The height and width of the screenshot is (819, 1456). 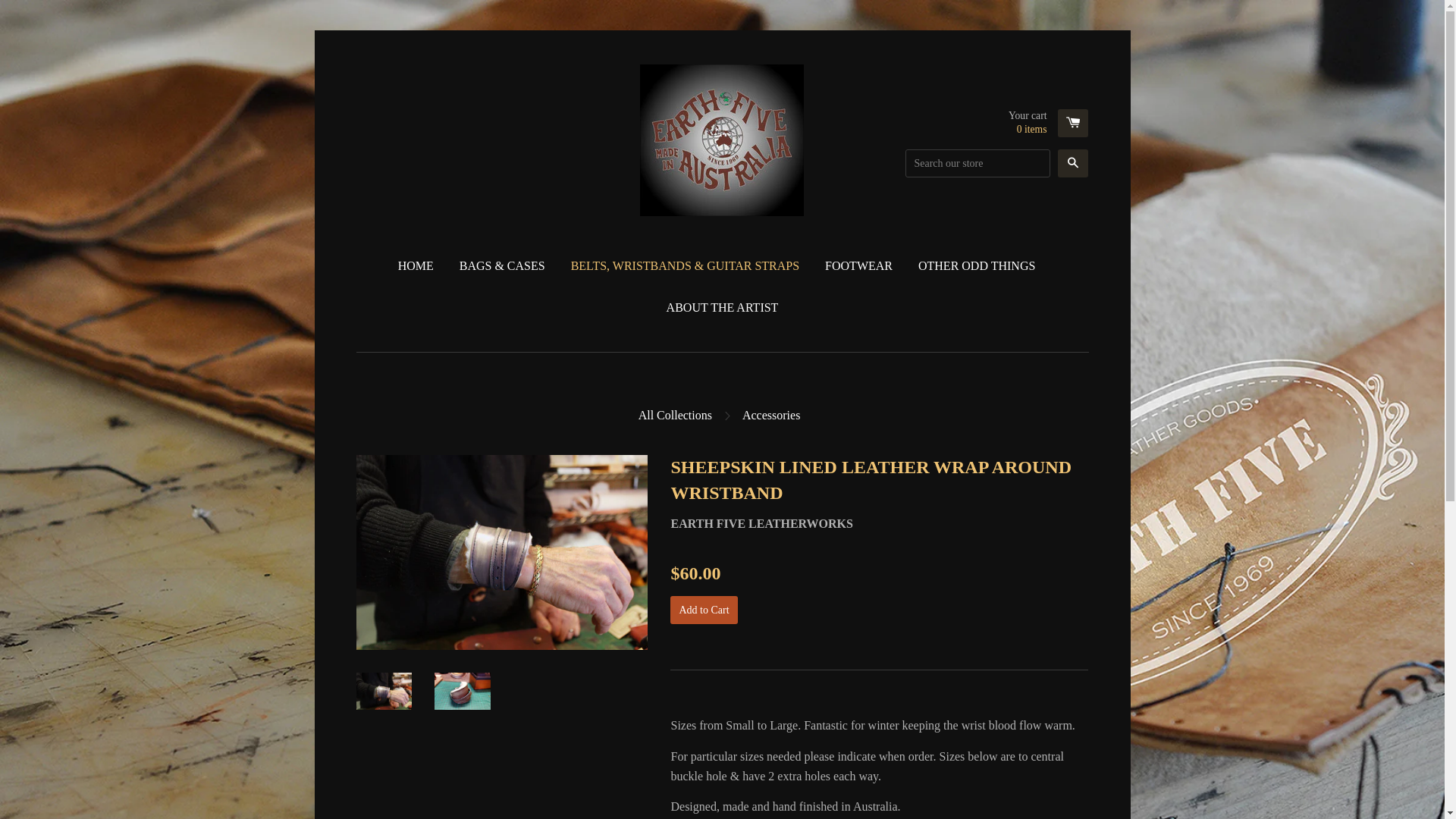 What do you see at coordinates (1072, 163) in the screenshot?
I see `'Search'` at bounding box center [1072, 163].